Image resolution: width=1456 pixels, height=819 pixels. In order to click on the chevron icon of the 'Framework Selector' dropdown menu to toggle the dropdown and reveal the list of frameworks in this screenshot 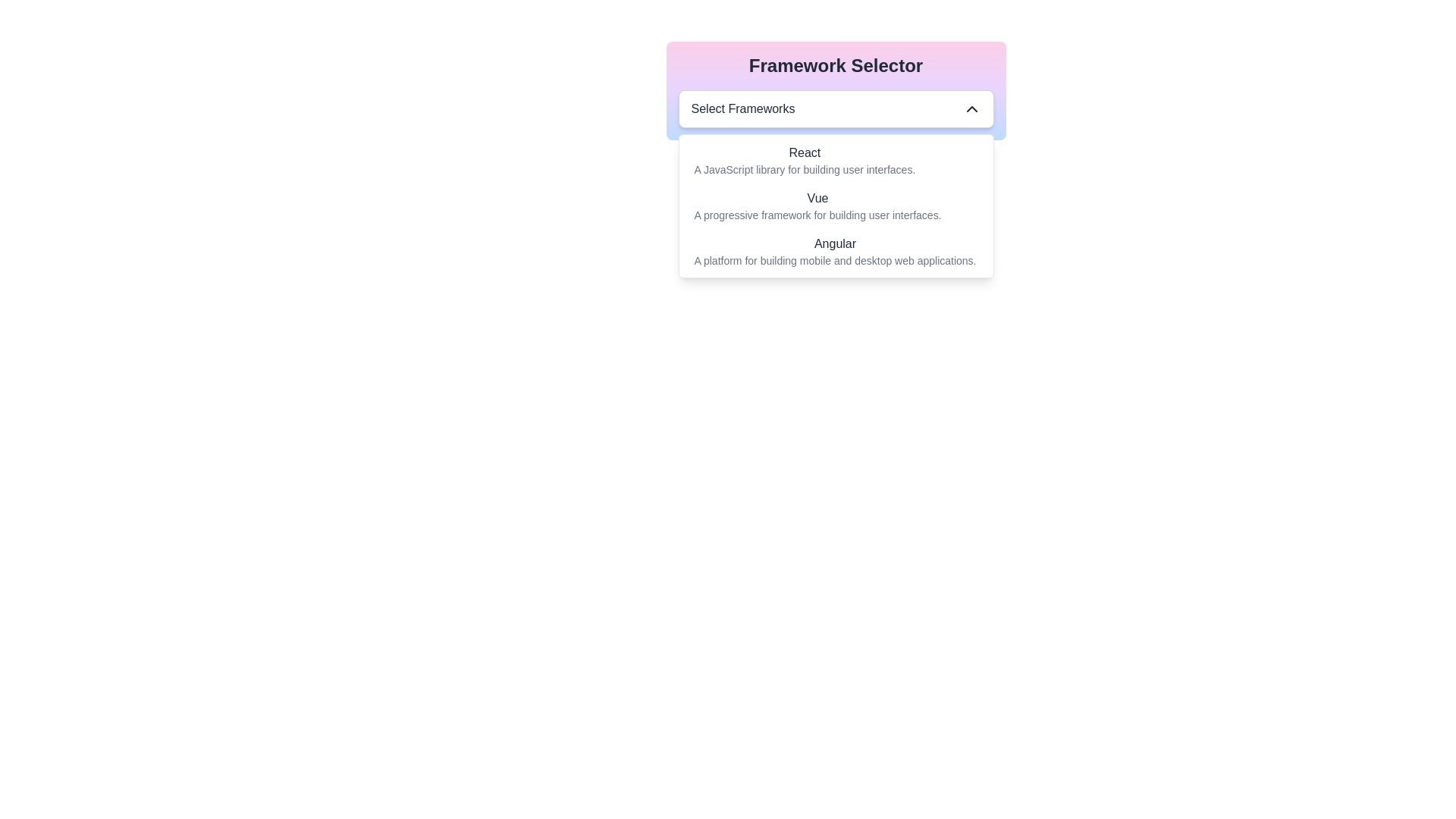, I will do `click(835, 90)`.